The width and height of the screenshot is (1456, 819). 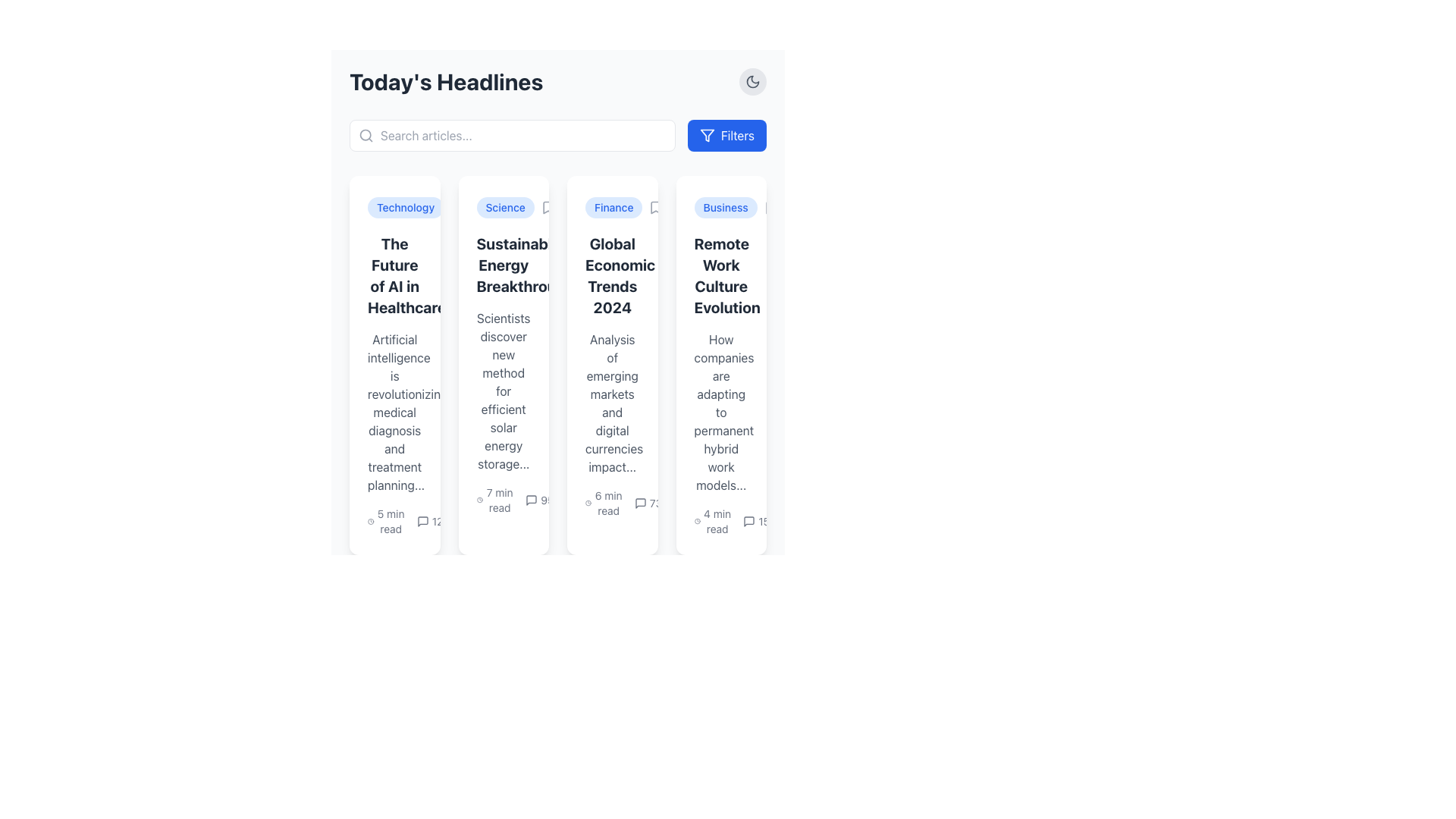 I want to click on the text element displaying a numeric value indicating likes, located to the right of the thumbs-up icon in the bottom section of the vertical card layout, so click(x=618, y=500).